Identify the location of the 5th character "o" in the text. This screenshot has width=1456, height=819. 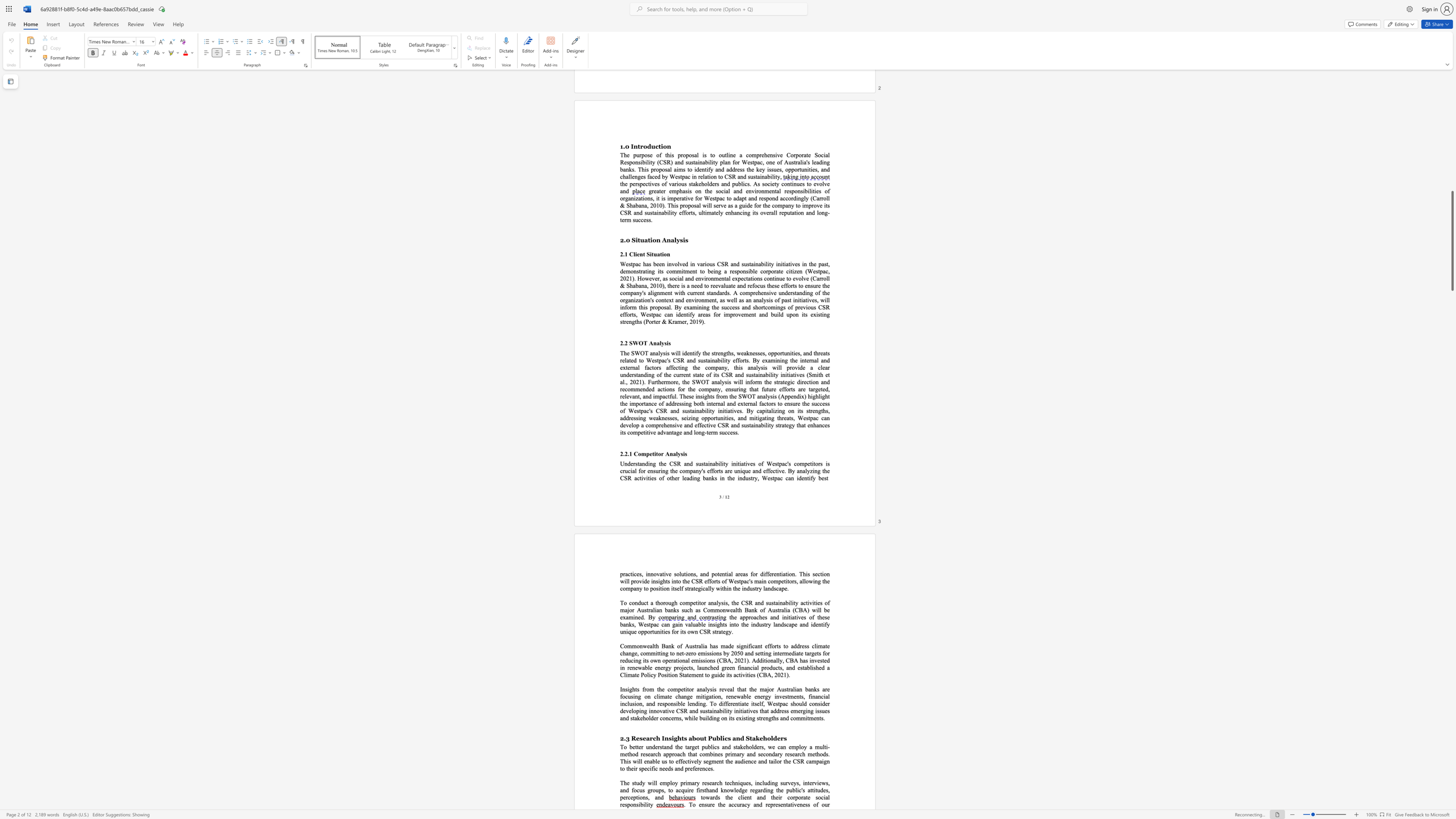
(684, 602).